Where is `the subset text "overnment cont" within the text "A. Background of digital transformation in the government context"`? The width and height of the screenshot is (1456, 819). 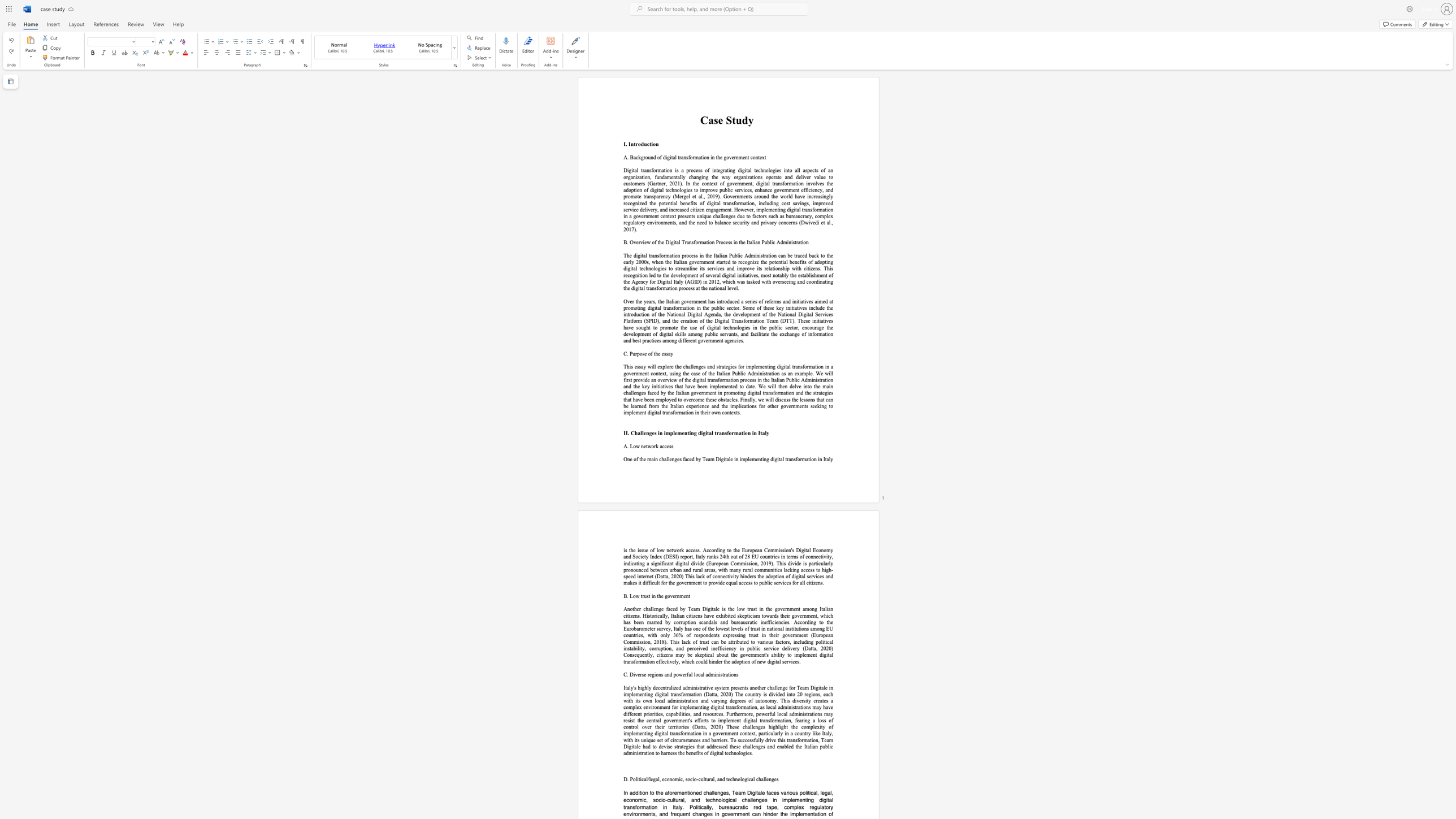 the subset text "overnment cont" within the text "A. Background of digital transformation in the government context" is located at coordinates (726, 157).